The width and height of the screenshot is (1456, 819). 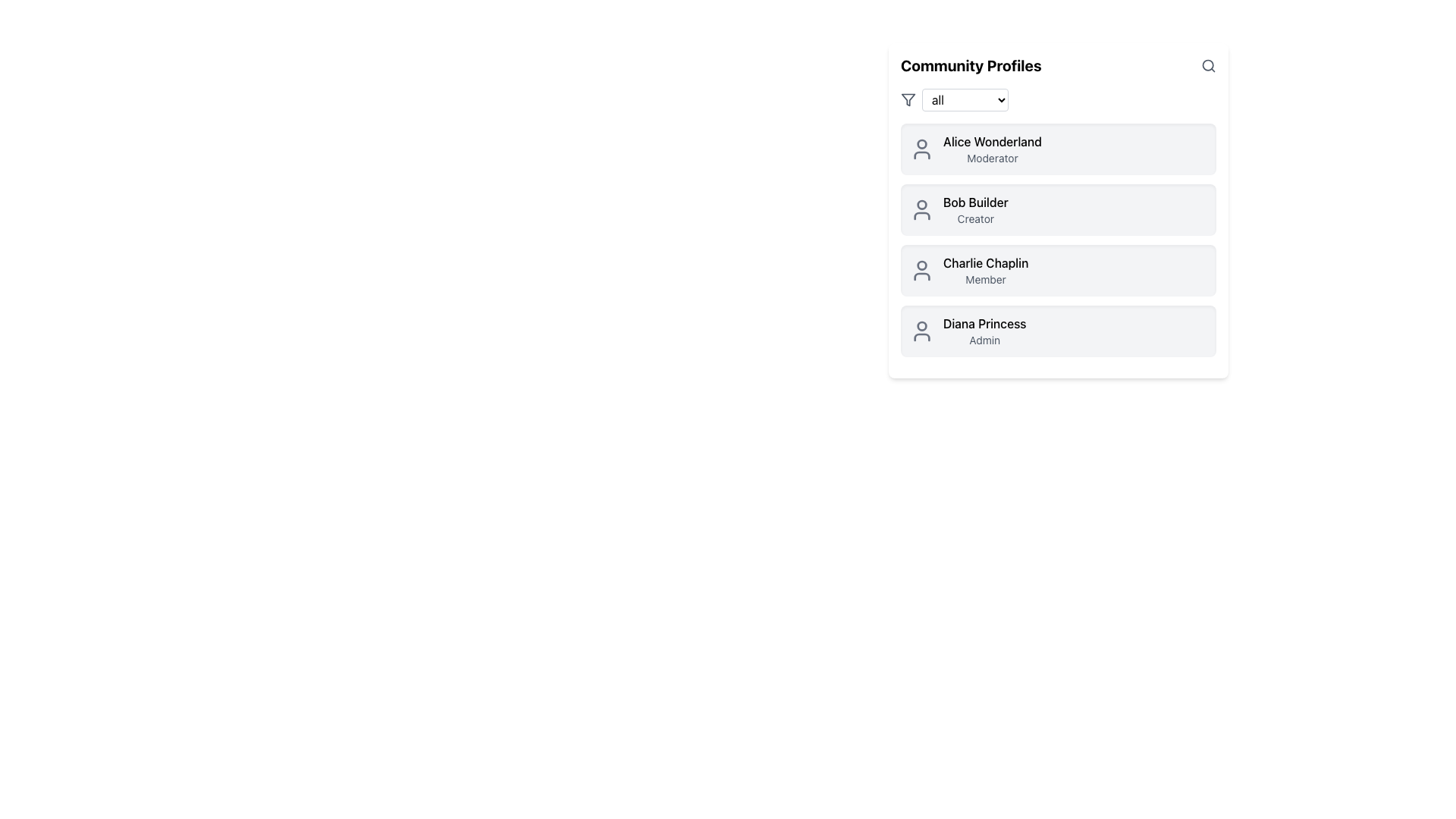 What do you see at coordinates (908, 99) in the screenshot?
I see `the filter icon, which is a small gray icon resembling a funnel, located to the left of the 'all' dropdown menu in the toolbar` at bounding box center [908, 99].